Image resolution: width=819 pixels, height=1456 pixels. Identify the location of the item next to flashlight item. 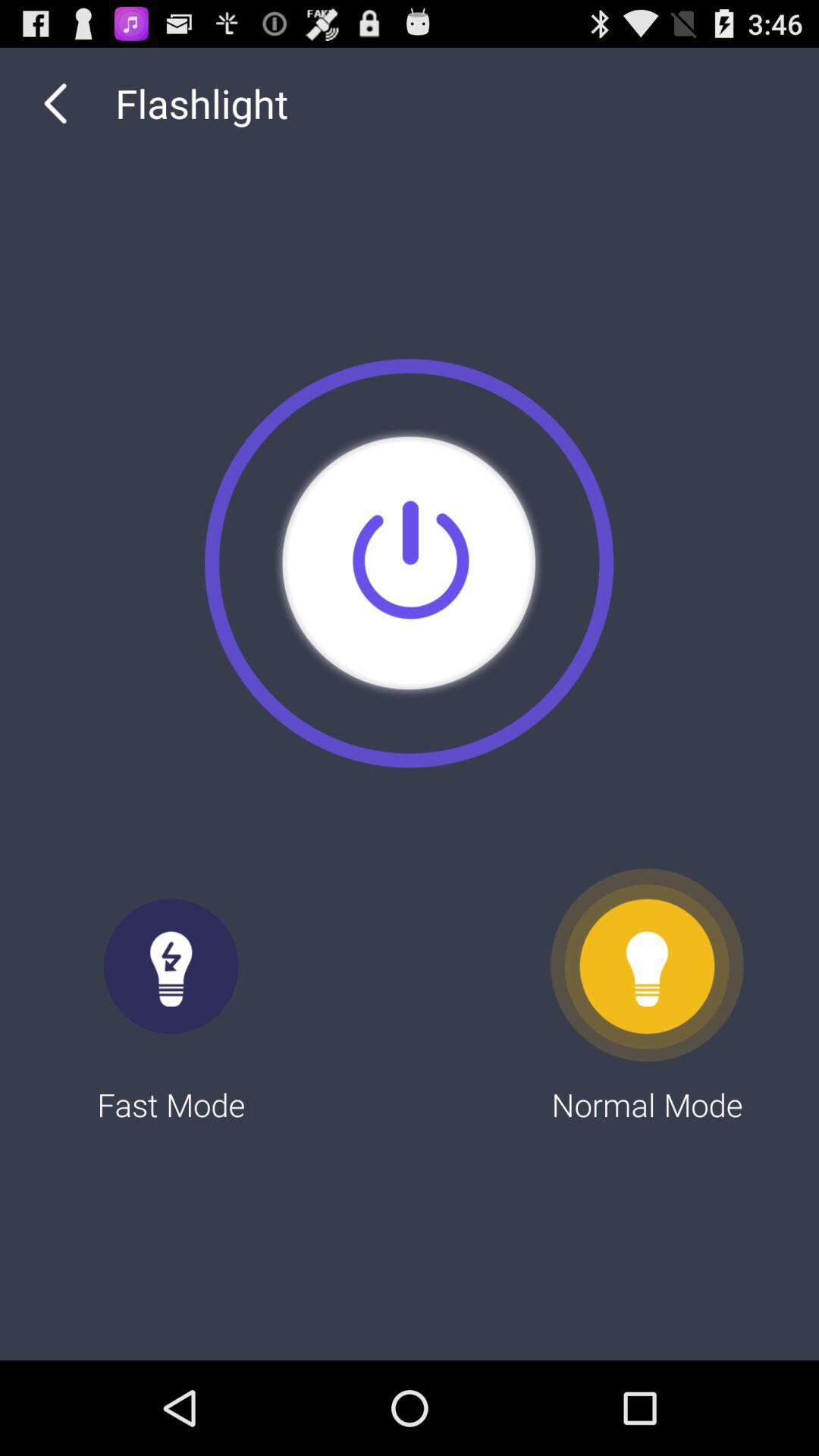
(55, 102).